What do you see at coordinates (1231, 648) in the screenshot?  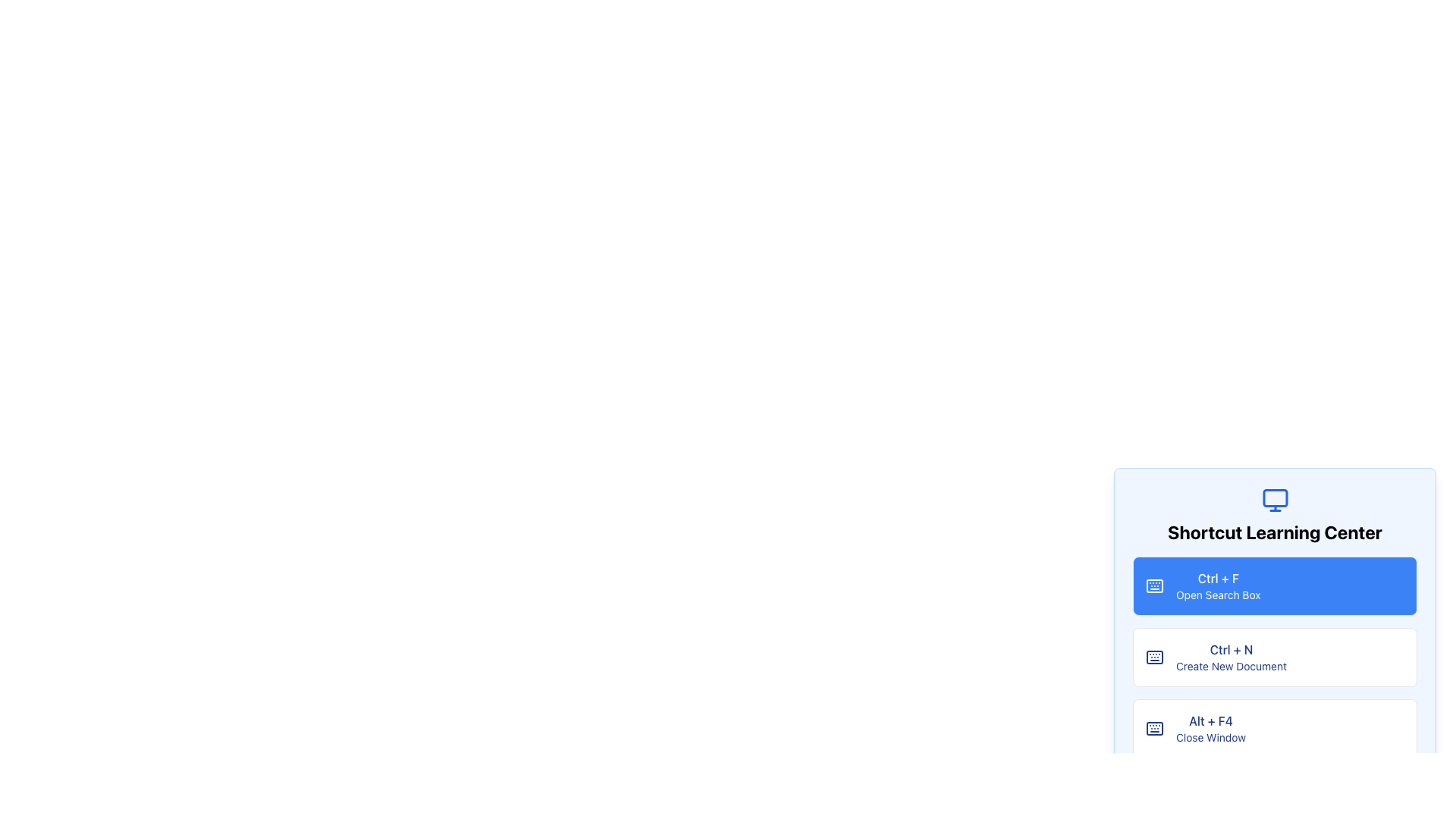 I see `the text label 'Ctrl + N' which is styled in medium font weight and appears in blue color, located above the descriptor text 'Create New Document' in the Shortcut Learning Center` at bounding box center [1231, 648].